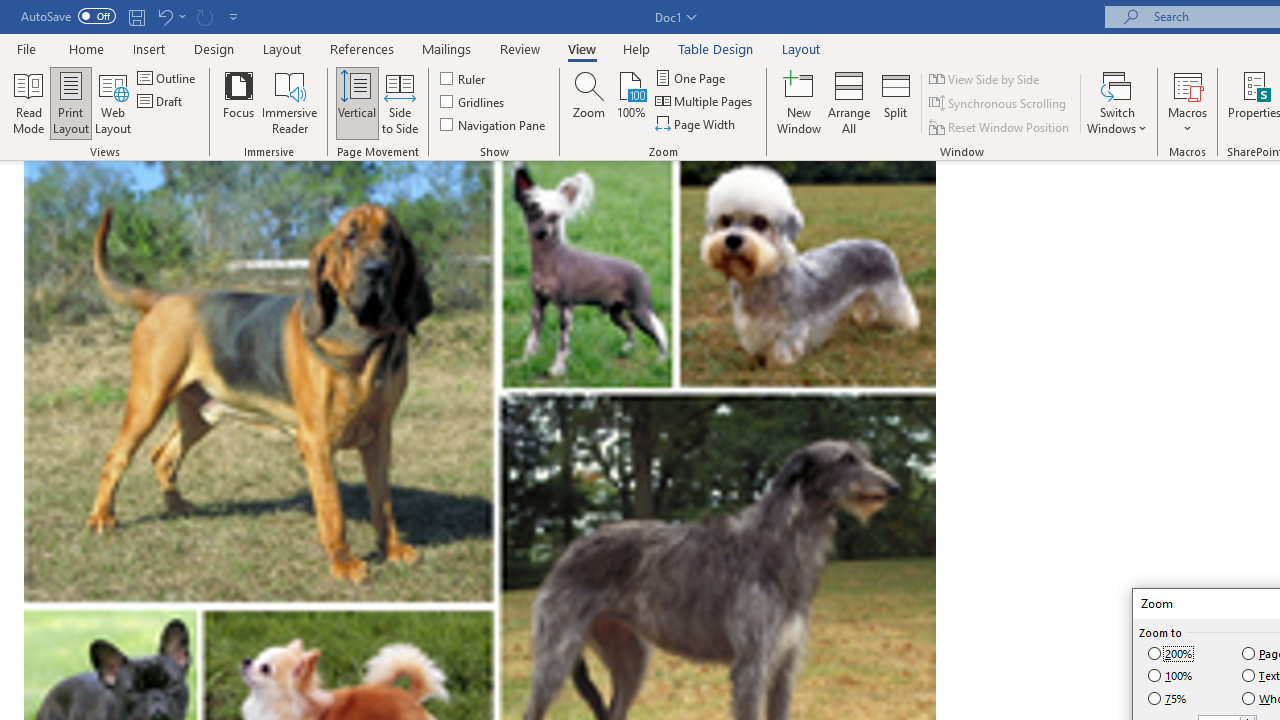 The image size is (1280, 720). I want to click on 'Macros', so click(1187, 103).